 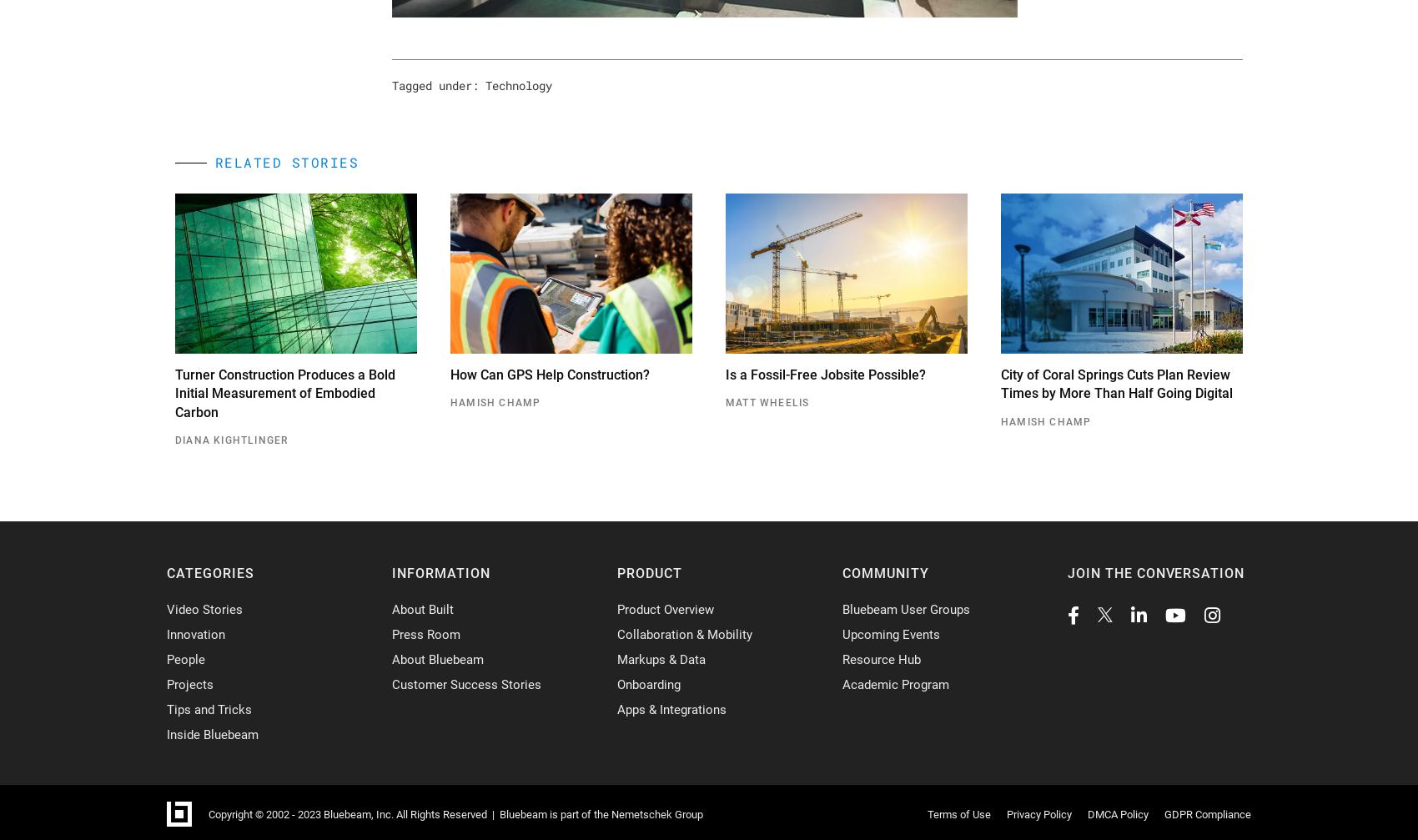 I want to click on 'Inside Bluebeam', so click(x=165, y=734).